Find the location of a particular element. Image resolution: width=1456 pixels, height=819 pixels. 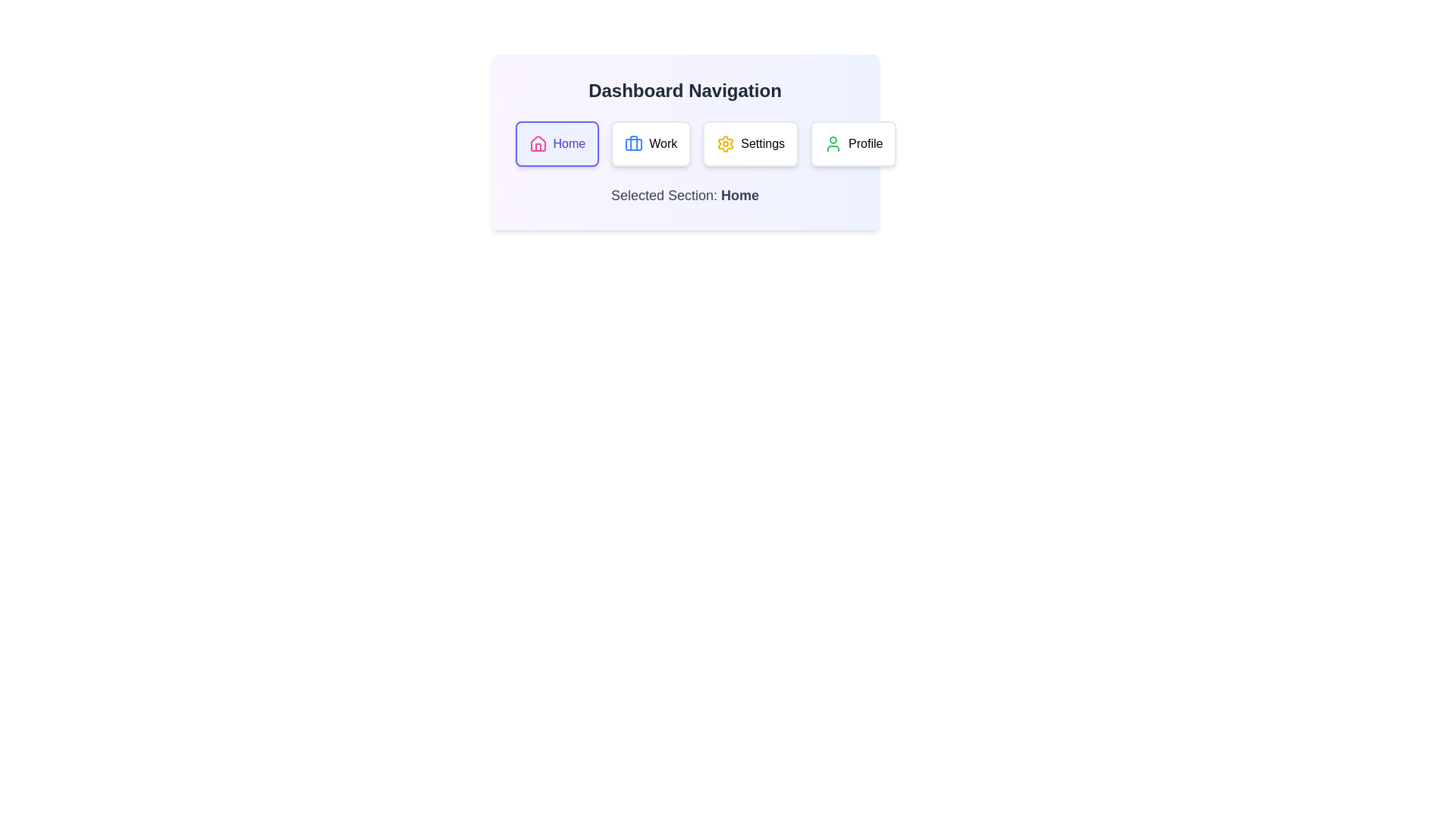

the 'Home' text label element, which is styled in medium font size and displayed in blue, located in a navigation list with a white background and indigo borders, adjacent to a house icon is located at coordinates (568, 143).